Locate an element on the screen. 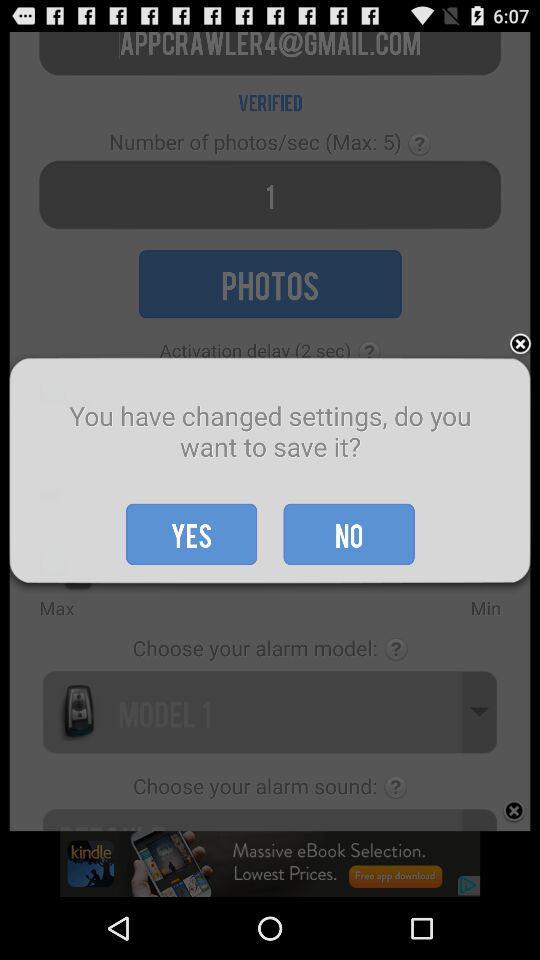  tab is located at coordinates (520, 345).